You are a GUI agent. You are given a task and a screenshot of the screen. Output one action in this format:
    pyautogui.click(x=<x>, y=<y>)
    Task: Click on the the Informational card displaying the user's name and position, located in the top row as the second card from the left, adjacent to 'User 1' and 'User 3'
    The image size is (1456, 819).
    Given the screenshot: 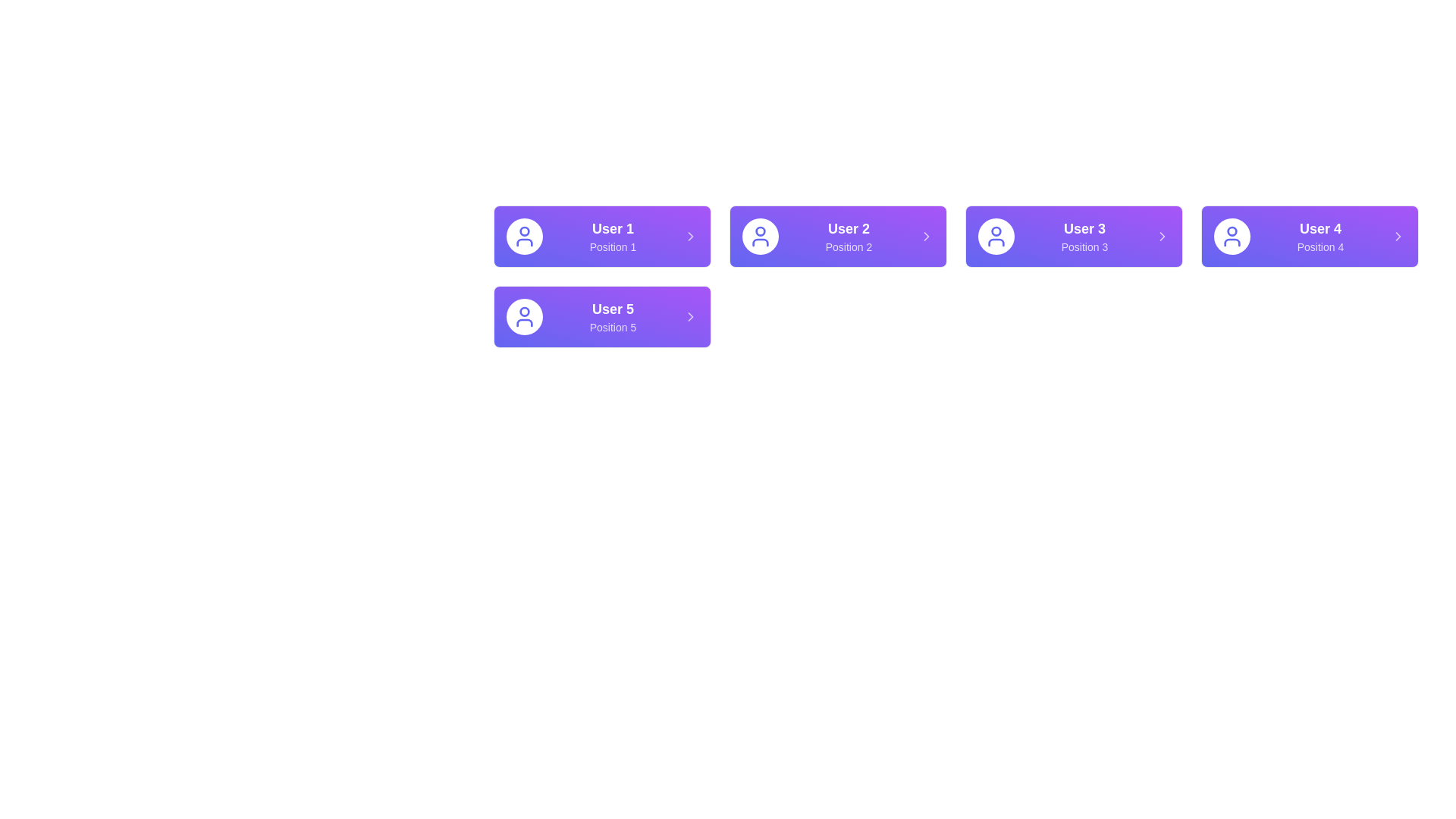 What is the action you would take?
    pyautogui.click(x=848, y=237)
    